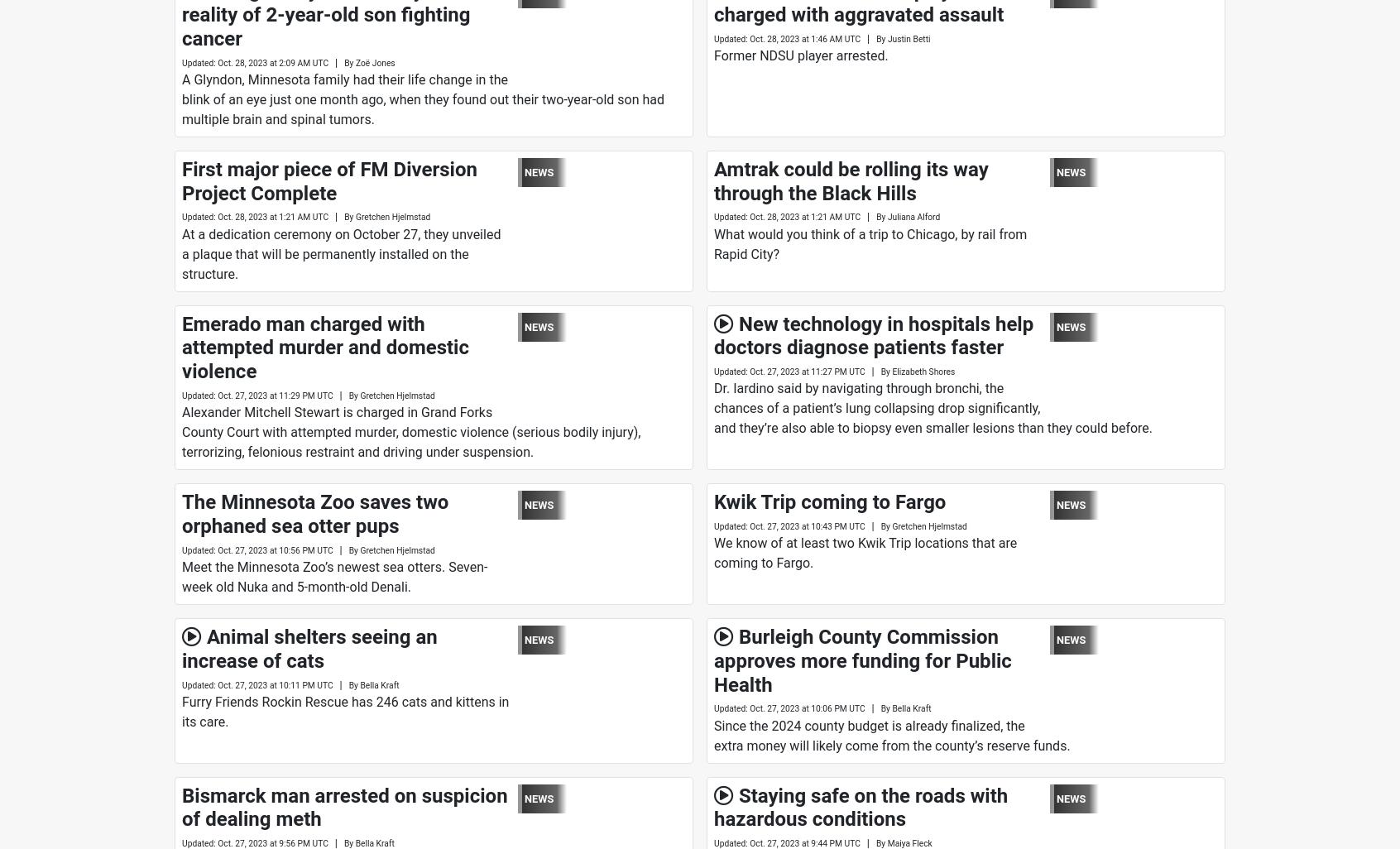 Image resolution: width=1400 pixels, height=849 pixels. What do you see at coordinates (344, 807) in the screenshot?
I see `'Bismarck man arrested on suspicion of dealing meth'` at bounding box center [344, 807].